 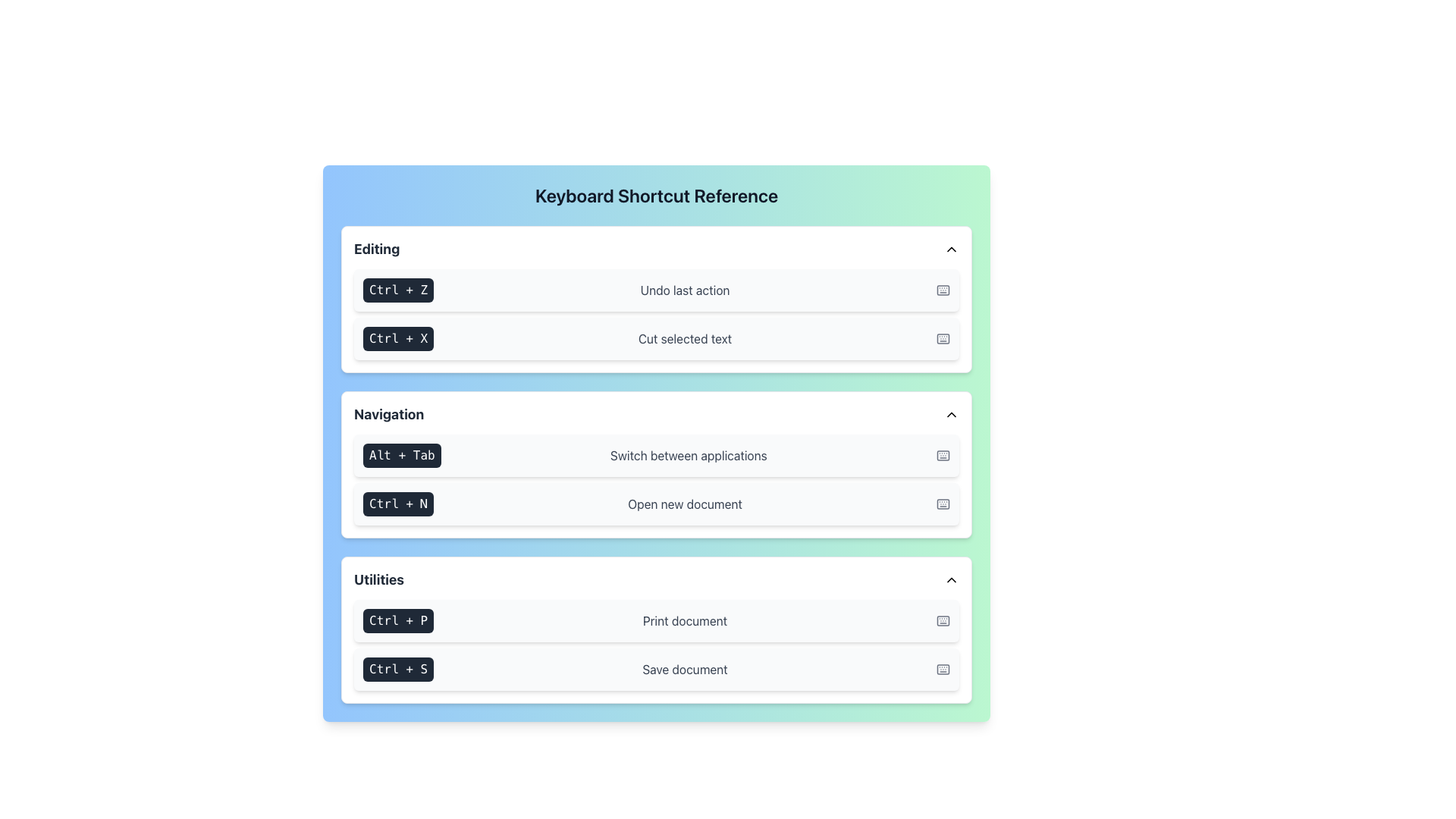 What do you see at coordinates (398, 669) in the screenshot?
I see `the label displaying the keyboard shortcut 'Ctrl + S' located in the 'Utilities' section, which is the second entry and aligns horizontally with 'Save document'` at bounding box center [398, 669].